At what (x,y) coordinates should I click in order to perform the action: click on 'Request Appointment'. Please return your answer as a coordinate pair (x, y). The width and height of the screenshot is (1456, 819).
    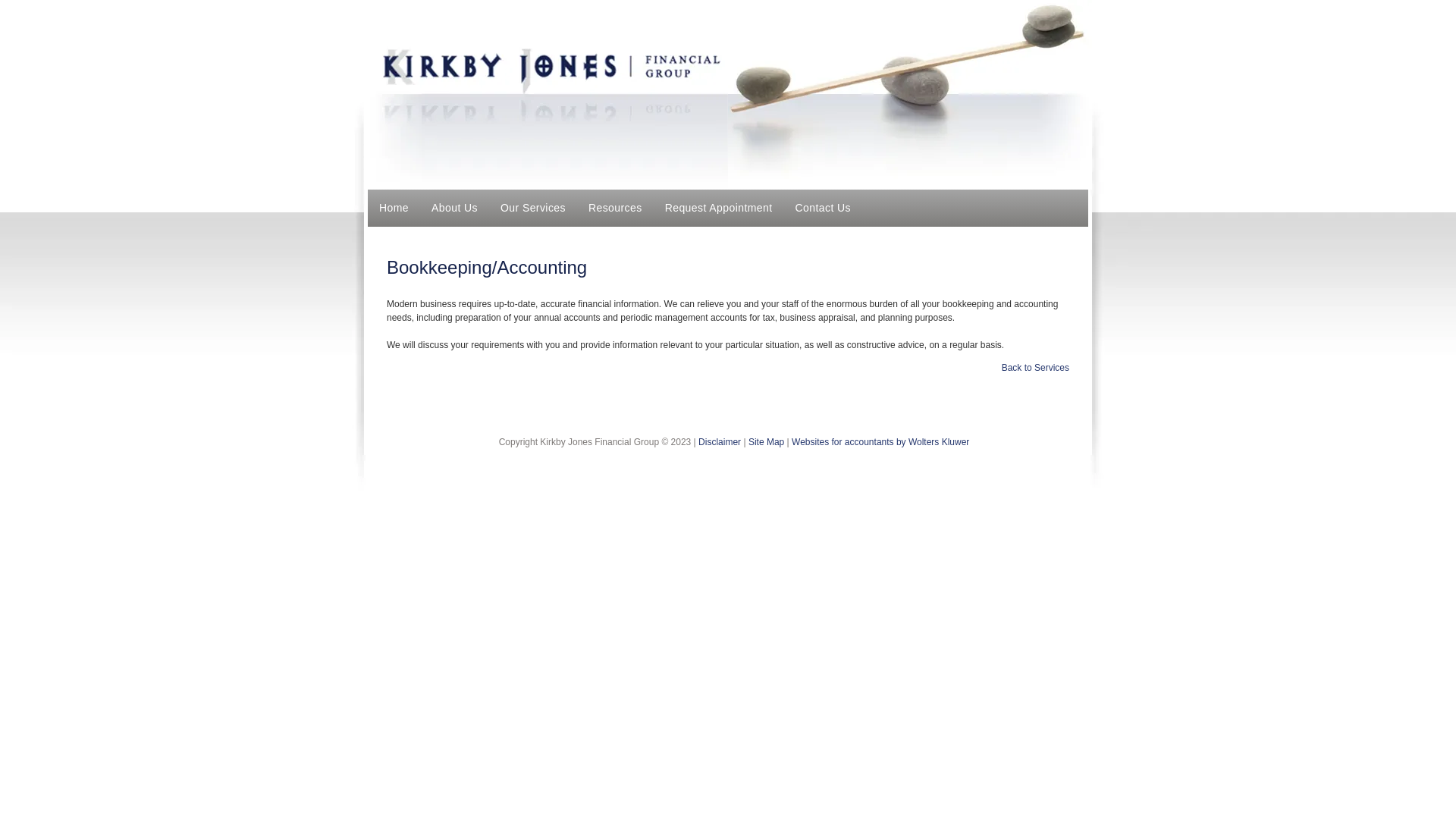
    Looking at the image, I should click on (718, 208).